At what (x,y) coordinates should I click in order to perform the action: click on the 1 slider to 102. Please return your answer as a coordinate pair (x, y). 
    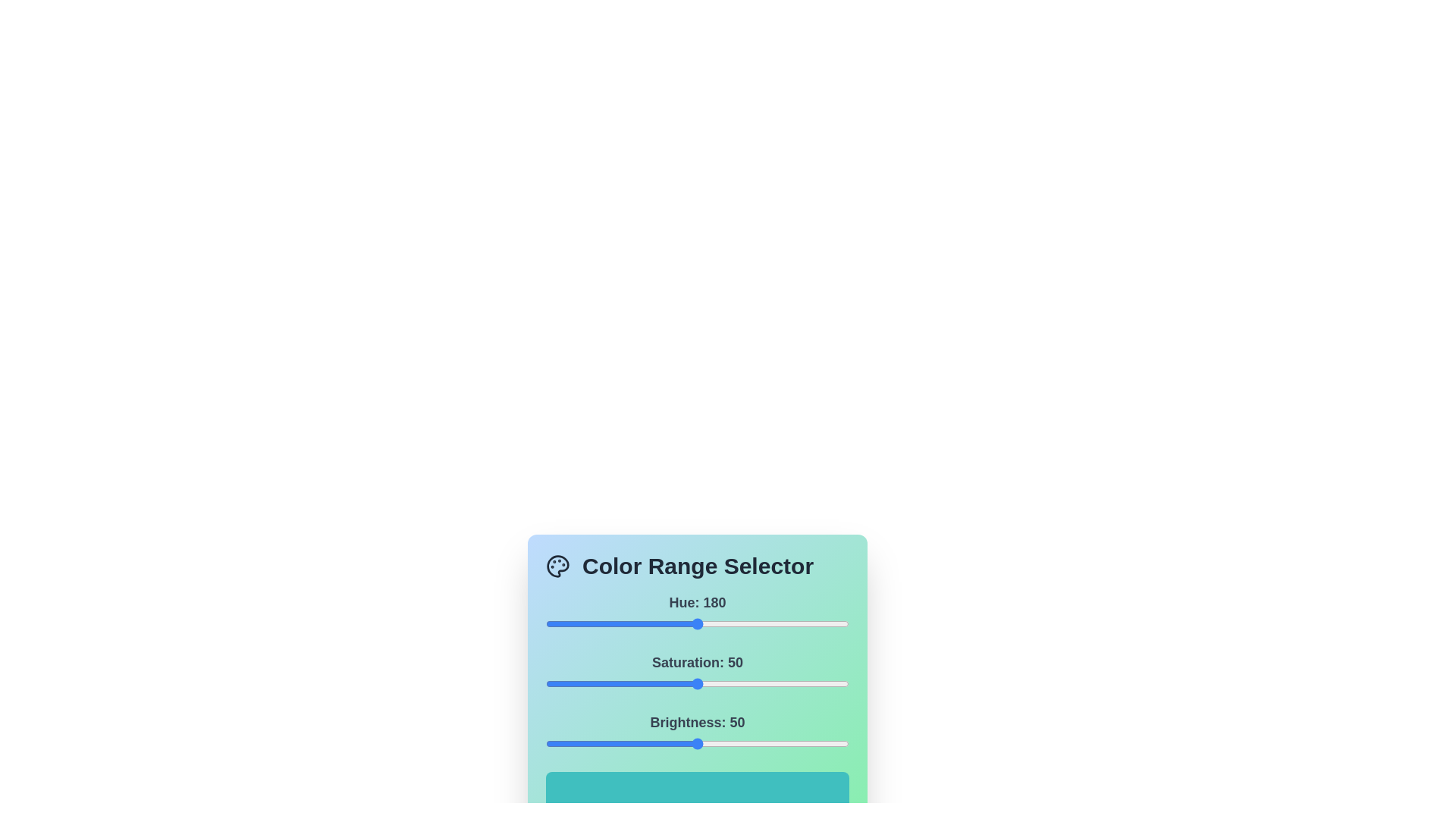
    Looking at the image, I should click on (855, 684).